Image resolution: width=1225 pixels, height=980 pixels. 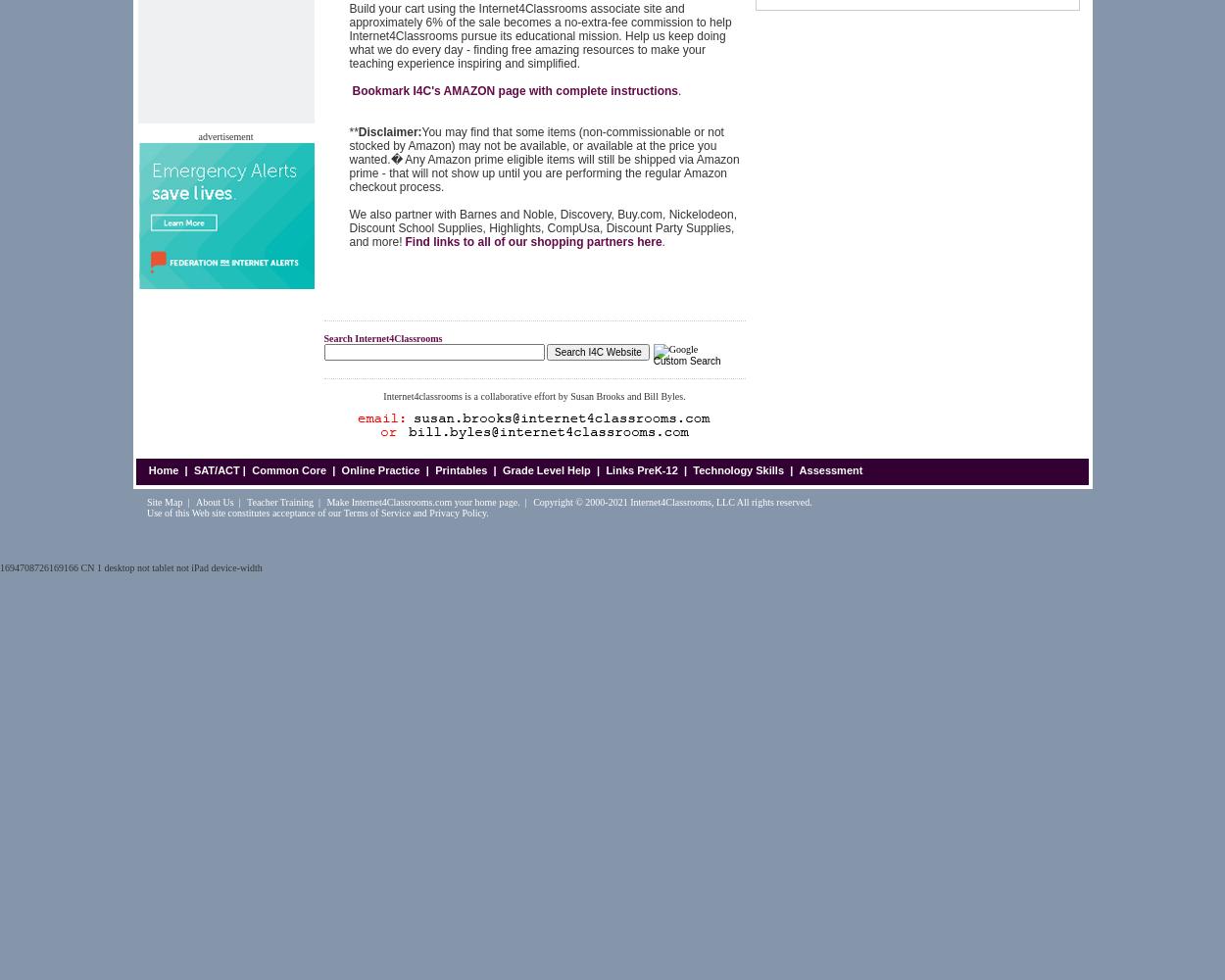 I want to click on 'and', so click(x=419, y=513).